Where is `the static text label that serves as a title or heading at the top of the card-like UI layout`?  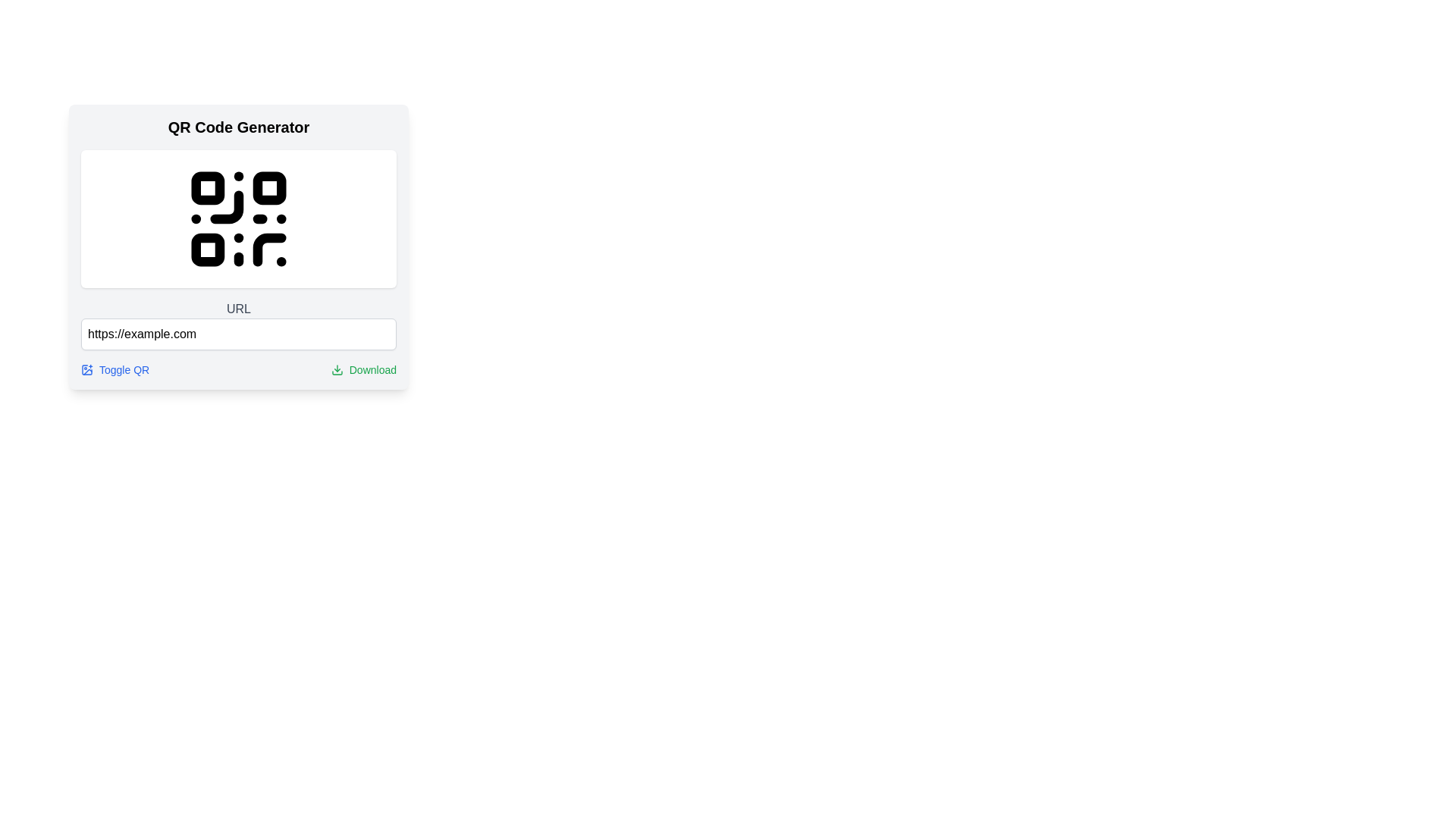 the static text label that serves as a title or heading at the top of the card-like UI layout is located at coordinates (238, 127).